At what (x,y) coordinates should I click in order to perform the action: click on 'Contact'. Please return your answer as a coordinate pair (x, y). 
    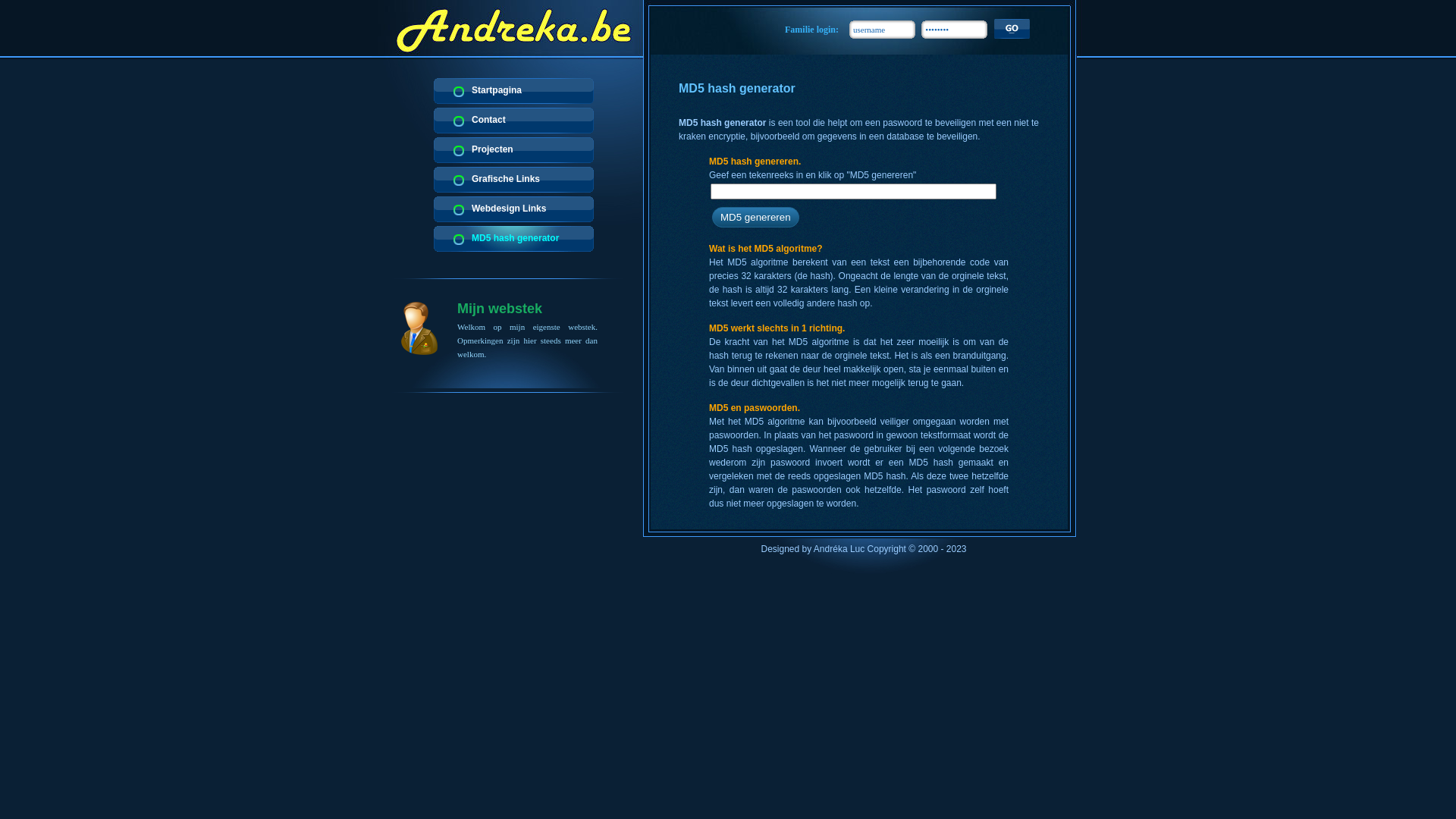
    Looking at the image, I should click on (513, 119).